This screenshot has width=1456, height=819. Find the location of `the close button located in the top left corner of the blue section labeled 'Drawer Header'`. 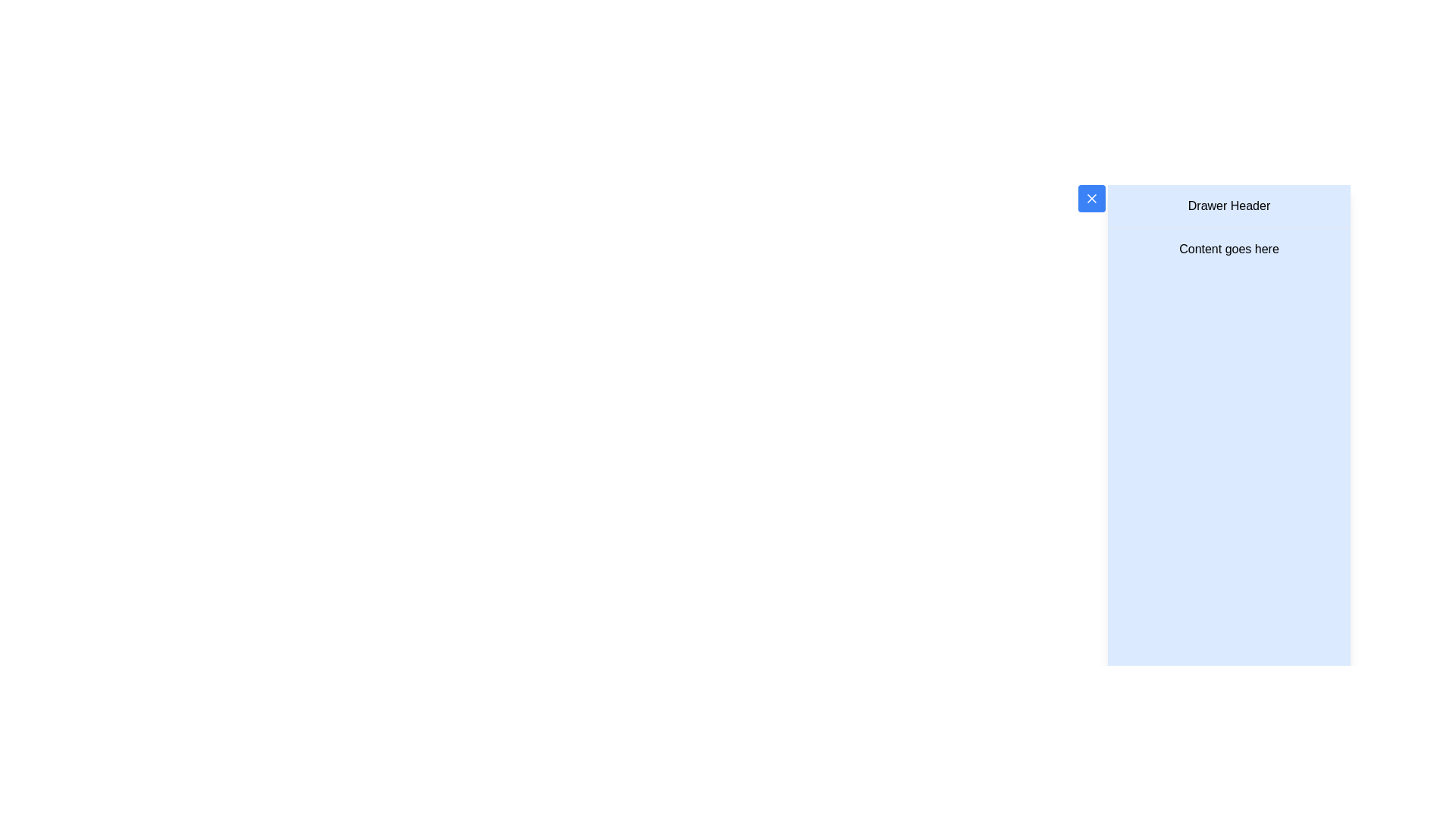

the close button located in the top left corner of the blue section labeled 'Drawer Header' is located at coordinates (1090, 198).